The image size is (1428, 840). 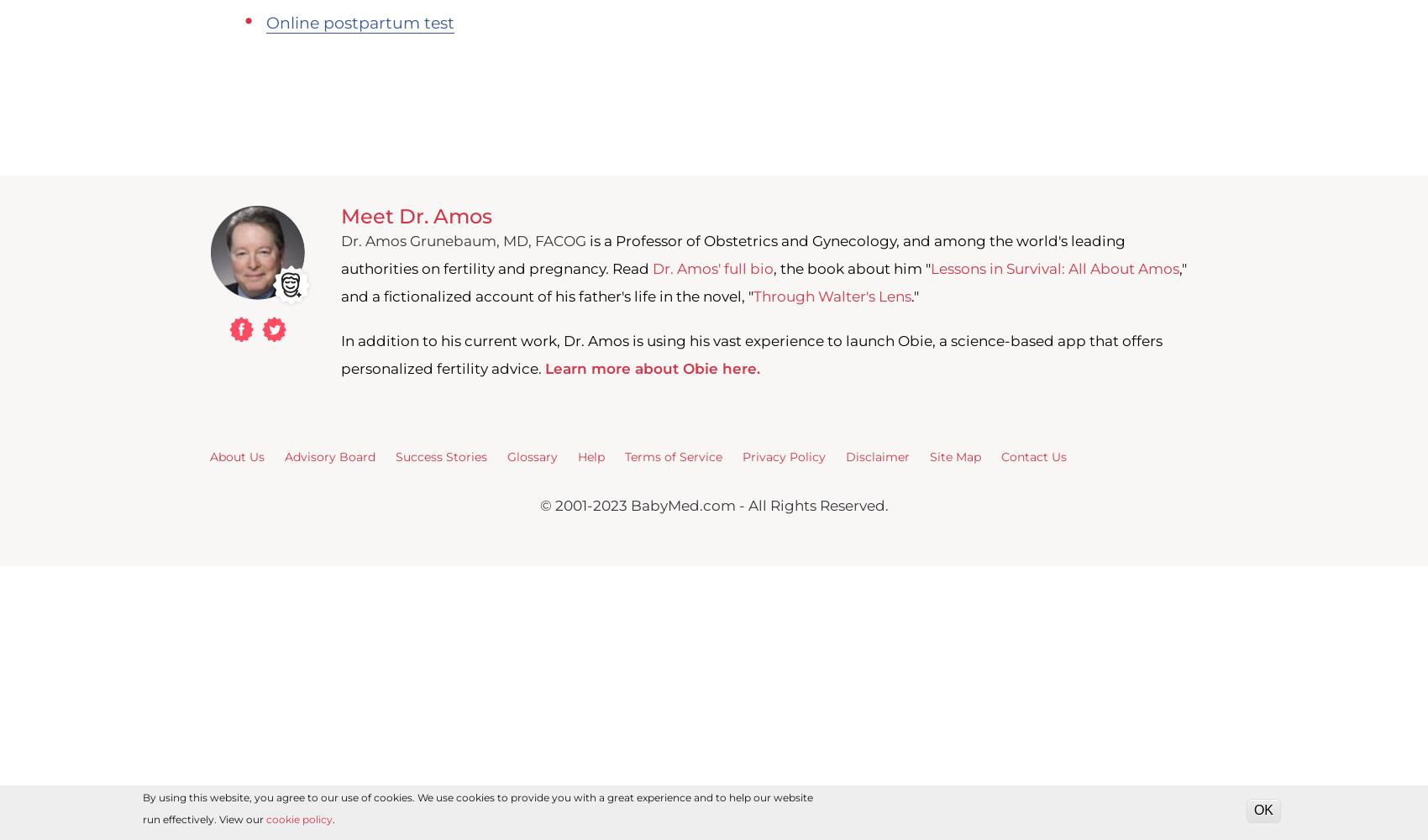 What do you see at coordinates (845, 456) in the screenshot?
I see `'Disclaimer'` at bounding box center [845, 456].